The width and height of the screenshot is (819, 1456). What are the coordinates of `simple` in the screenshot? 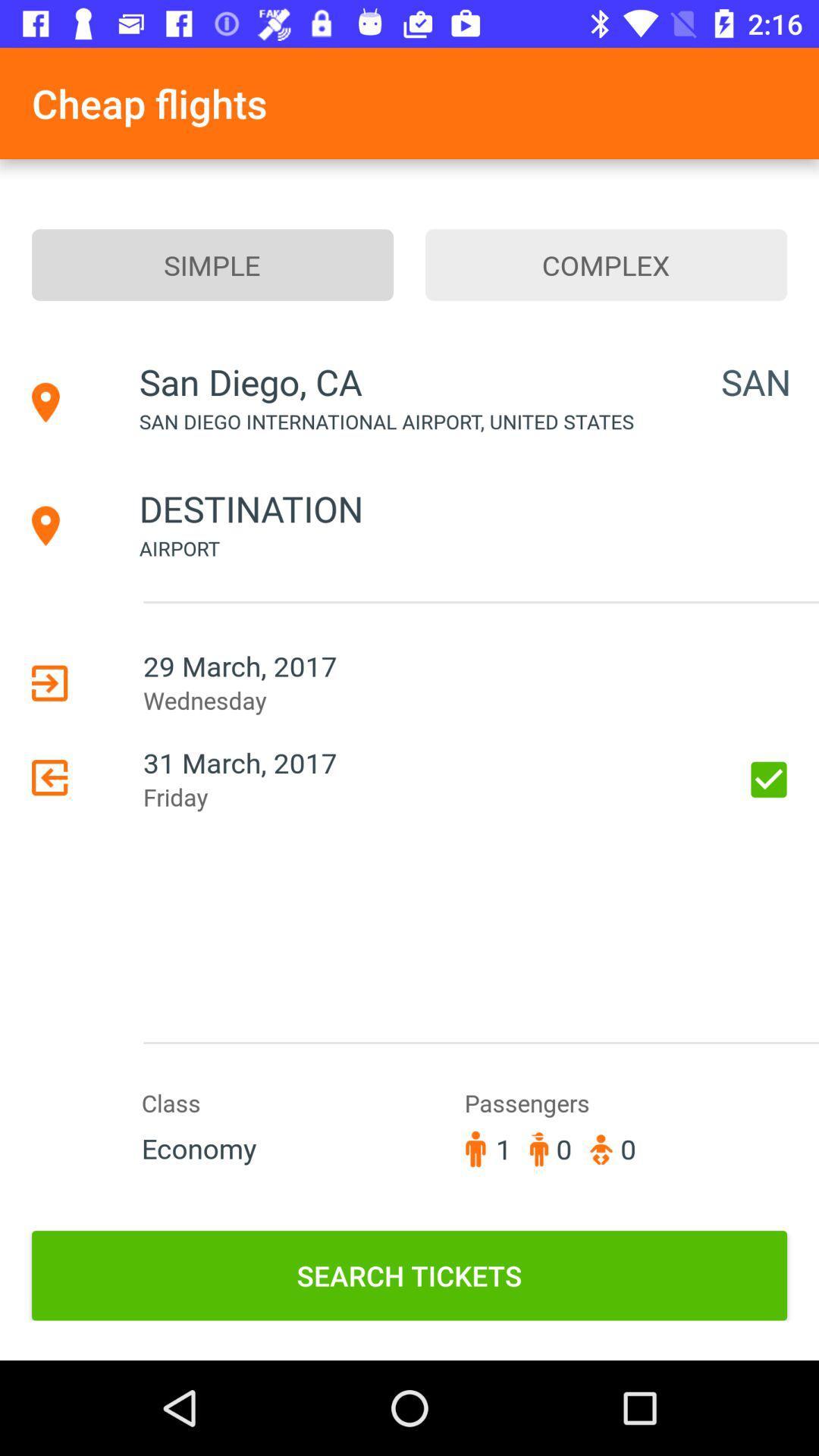 It's located at (212, 265).